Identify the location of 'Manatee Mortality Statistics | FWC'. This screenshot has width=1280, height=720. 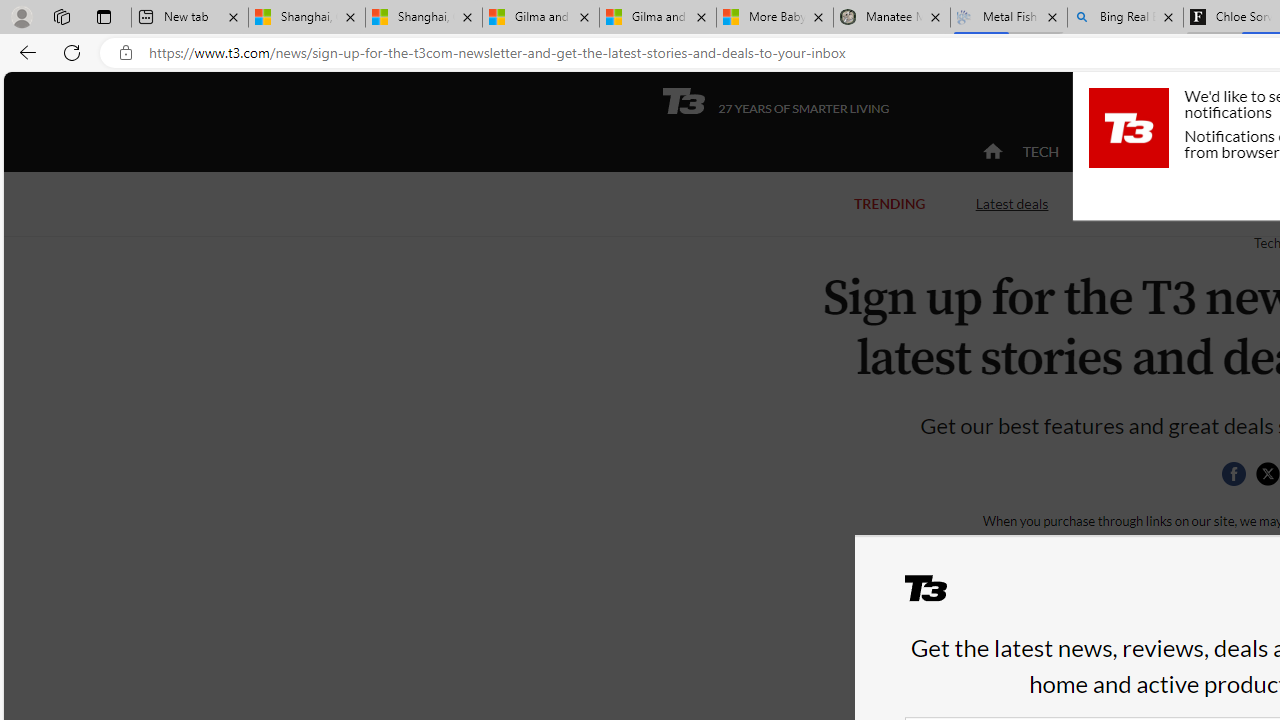
(891, 17).